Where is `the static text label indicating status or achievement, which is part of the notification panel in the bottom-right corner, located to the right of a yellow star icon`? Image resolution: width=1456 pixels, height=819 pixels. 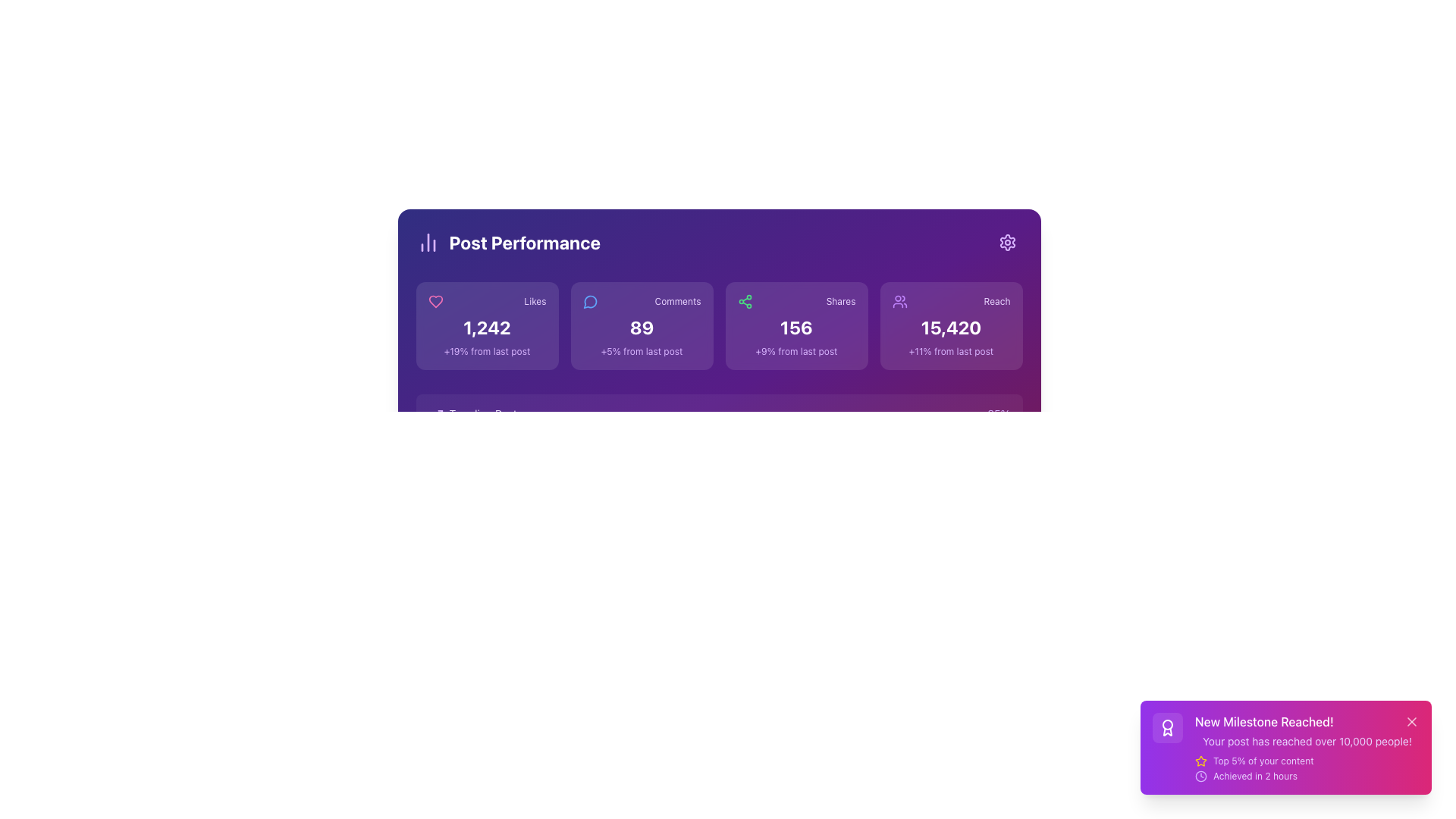
the static text label indicating status or achievement, which is part of the notification panel in the bottom-right corner, located to the right of a yellow star icon is located at coordinates (1263, 761).